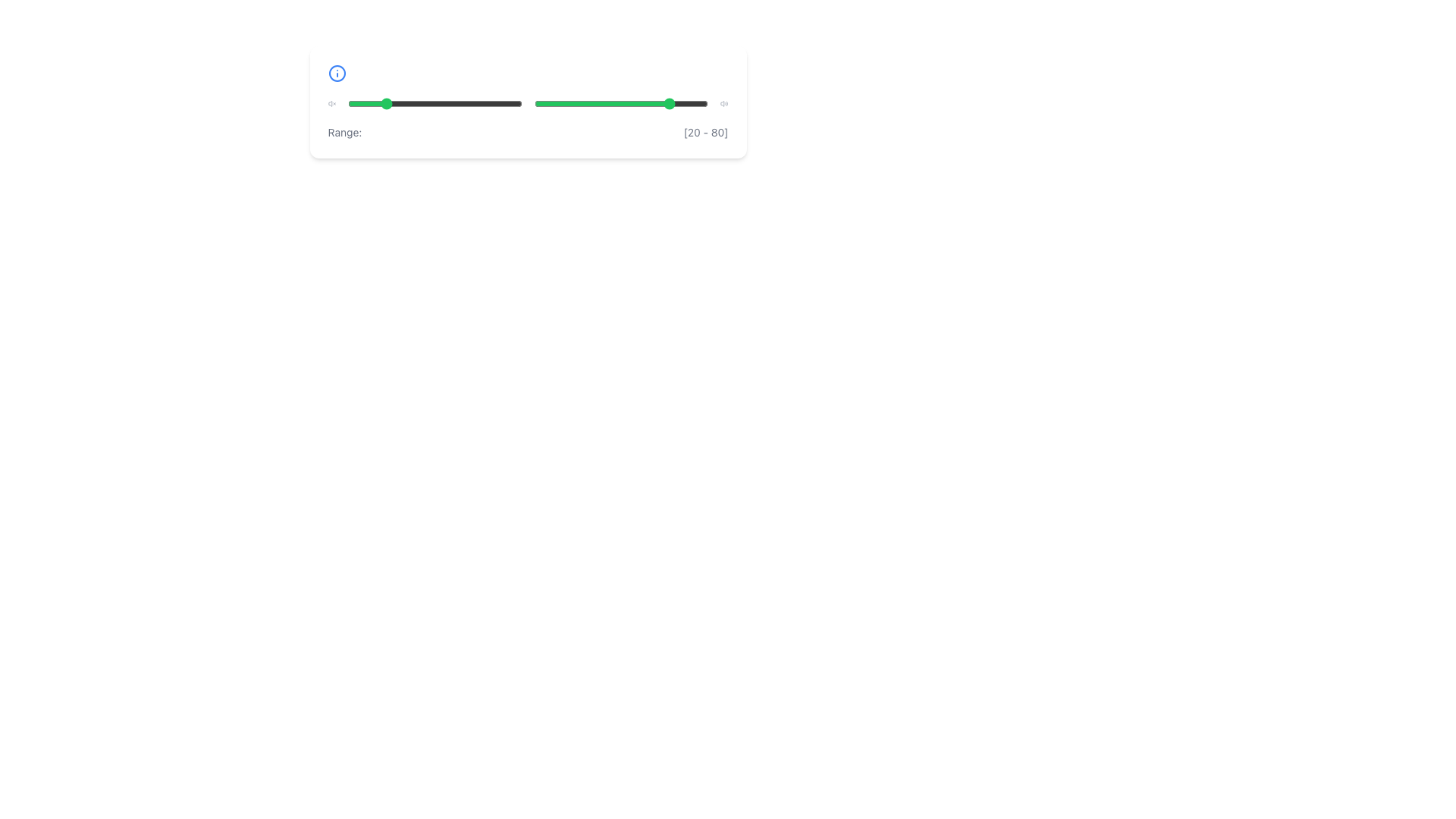 Image resolution: width=1456 pixels, height=819 pixels. Describe the element at coordinates (667, 103) in the screenshot. I see `the slider value` at that location.